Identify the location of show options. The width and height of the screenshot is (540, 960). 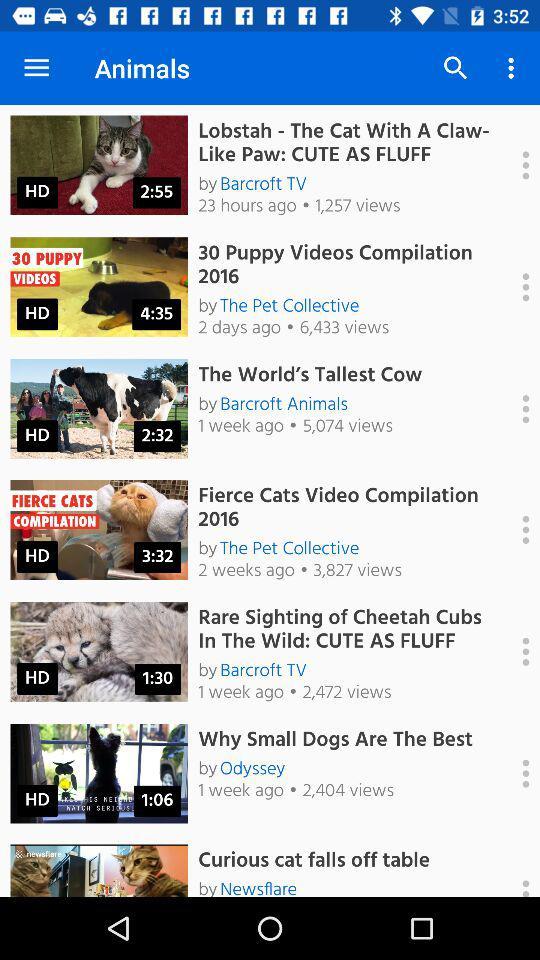
(515, 164).